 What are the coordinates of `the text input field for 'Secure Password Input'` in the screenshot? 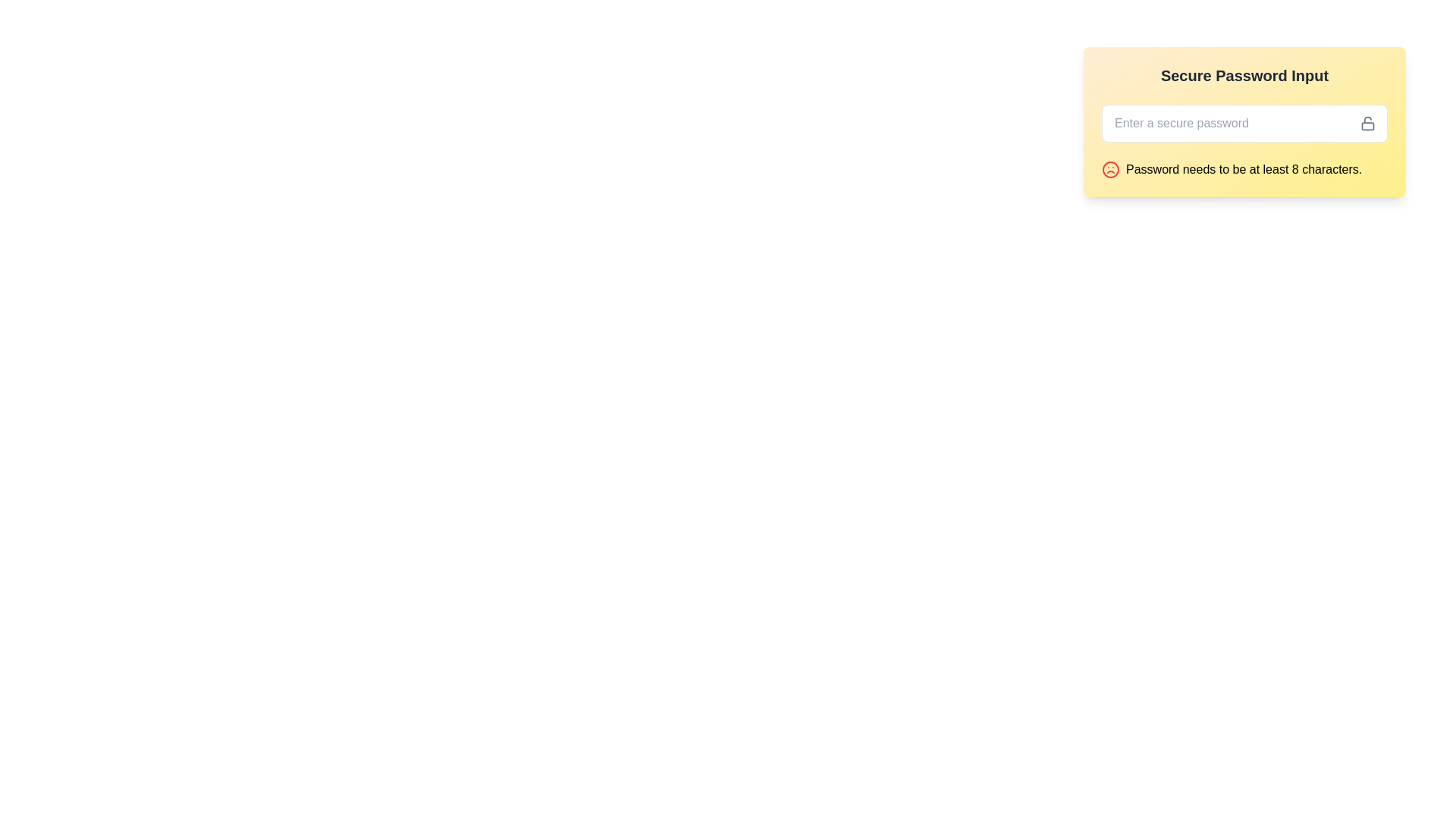 It's located at (1244, 122).